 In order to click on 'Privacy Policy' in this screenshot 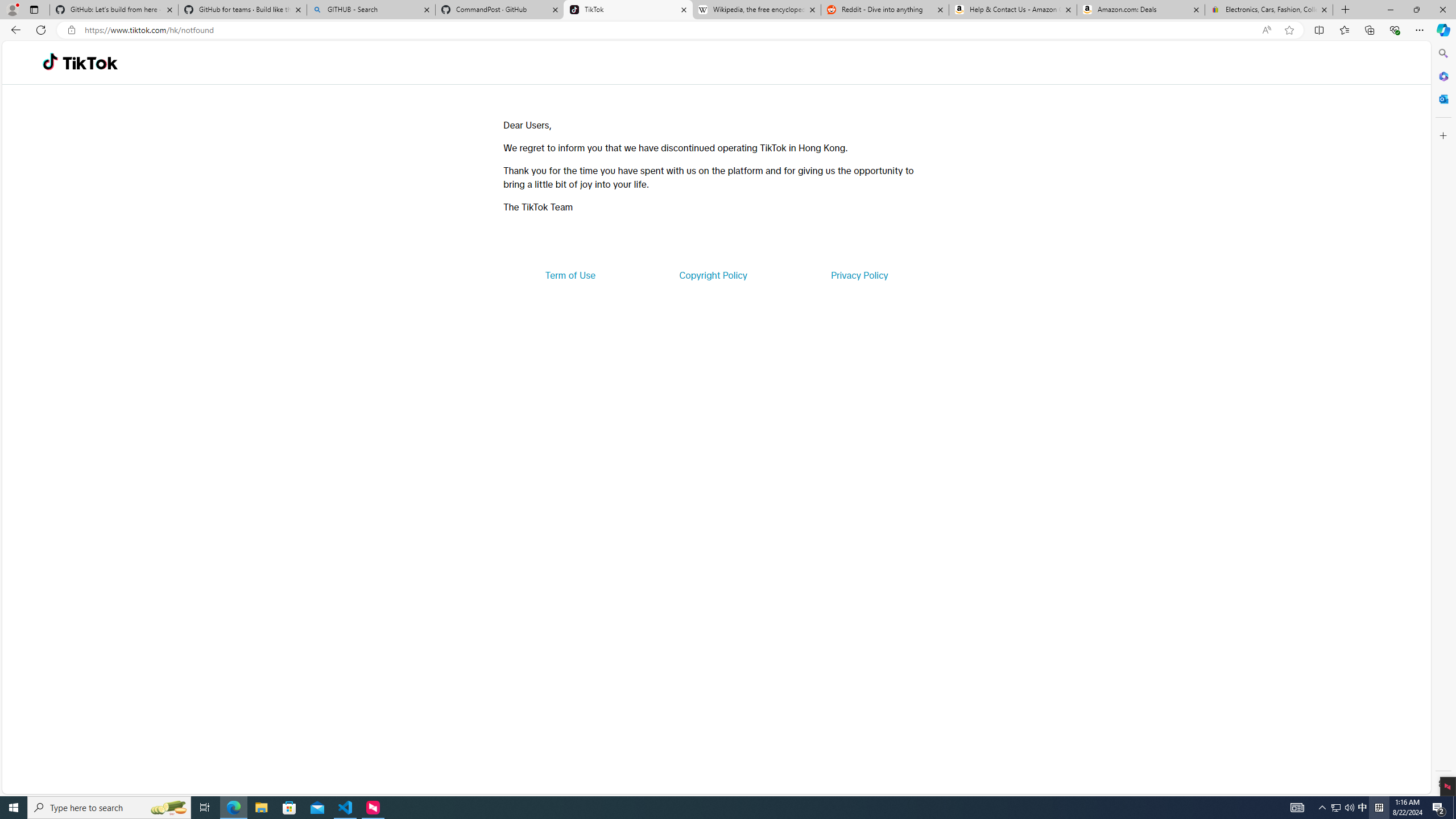, I will do `click(858, 274)`.